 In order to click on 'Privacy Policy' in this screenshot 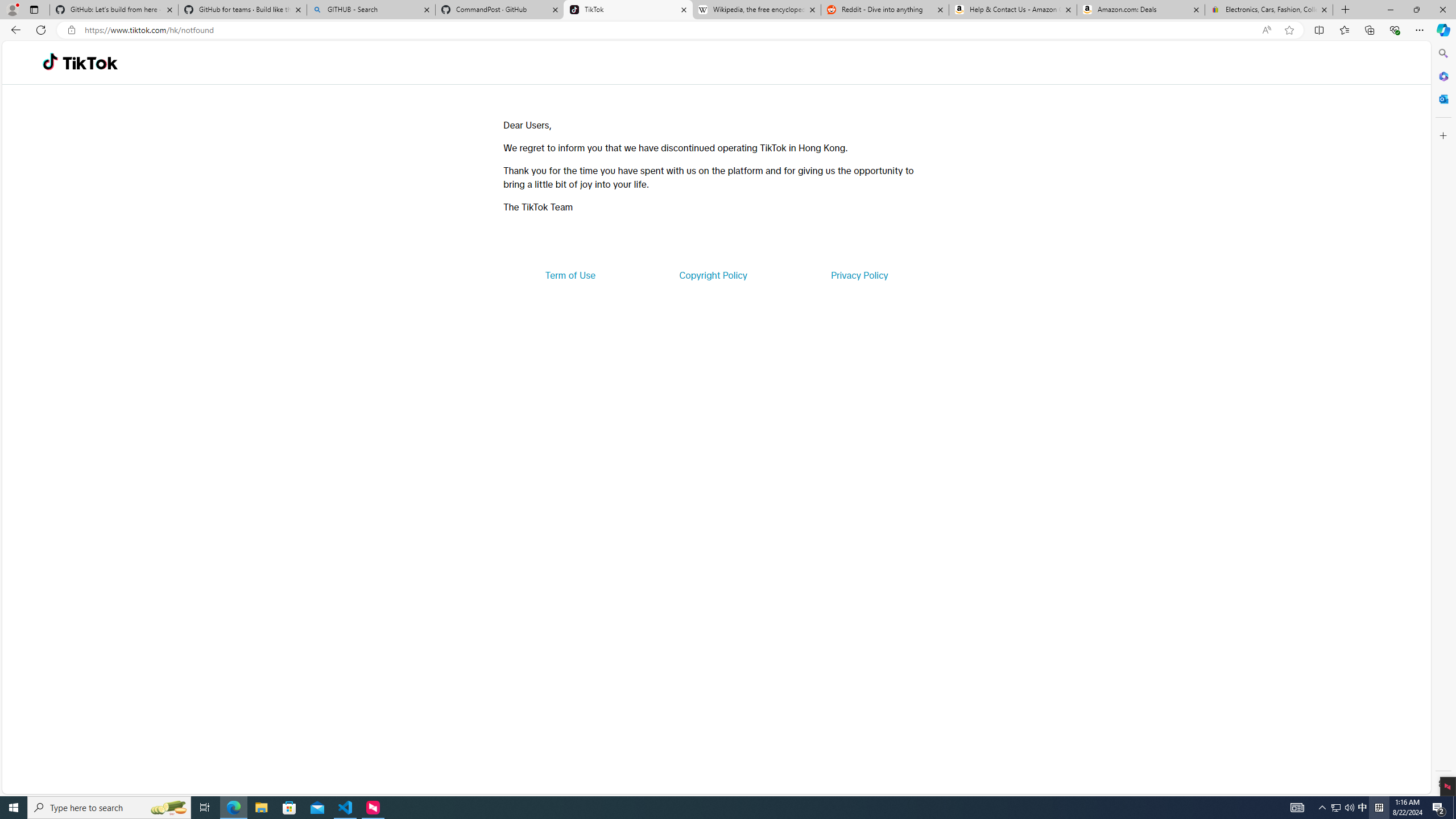, I will do `click(858, 274)`.